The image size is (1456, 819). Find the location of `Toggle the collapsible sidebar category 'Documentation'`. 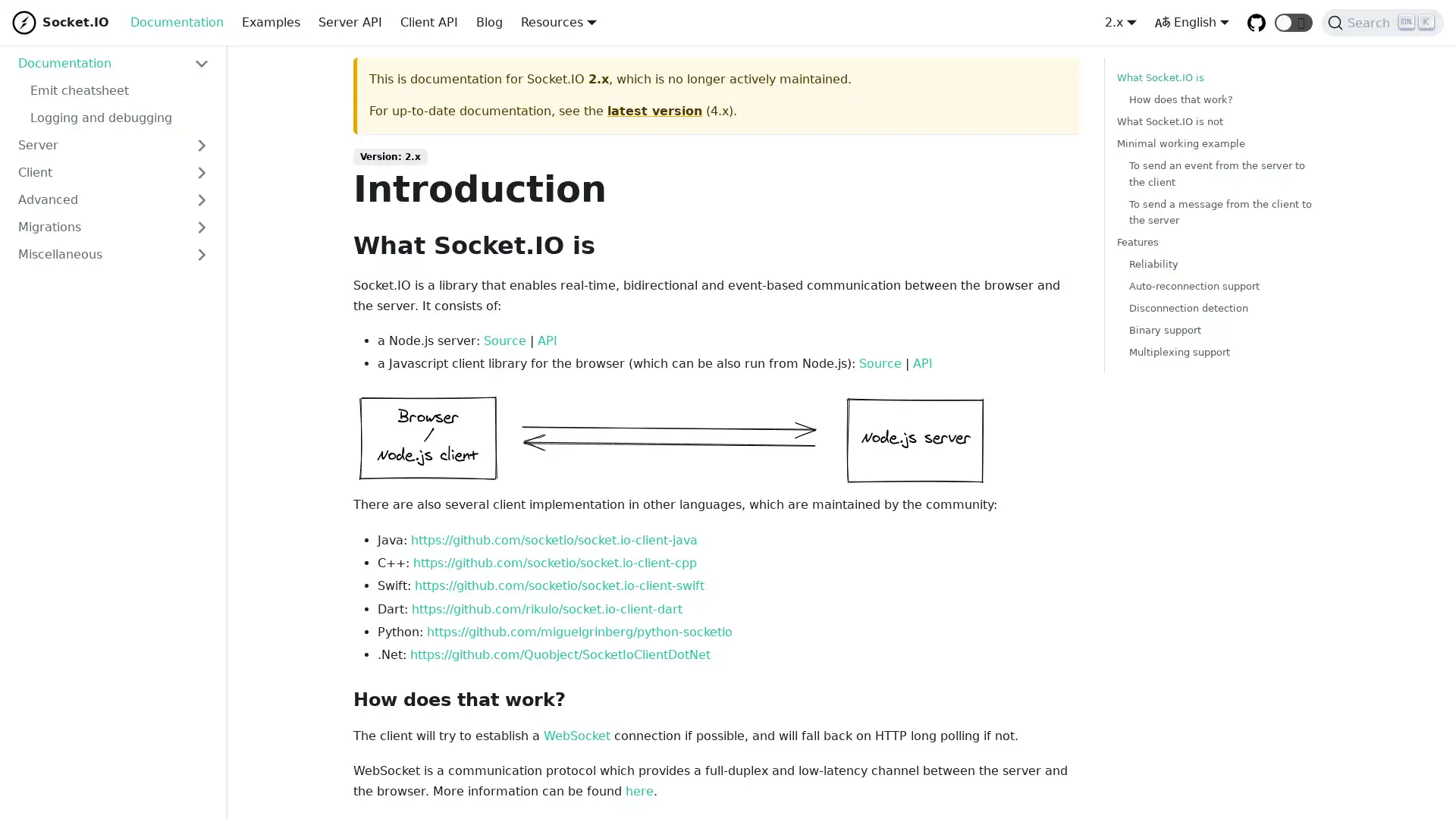

Toggle the collapsible sidebar category 'Documentation' is located at coordinates (200, 63).